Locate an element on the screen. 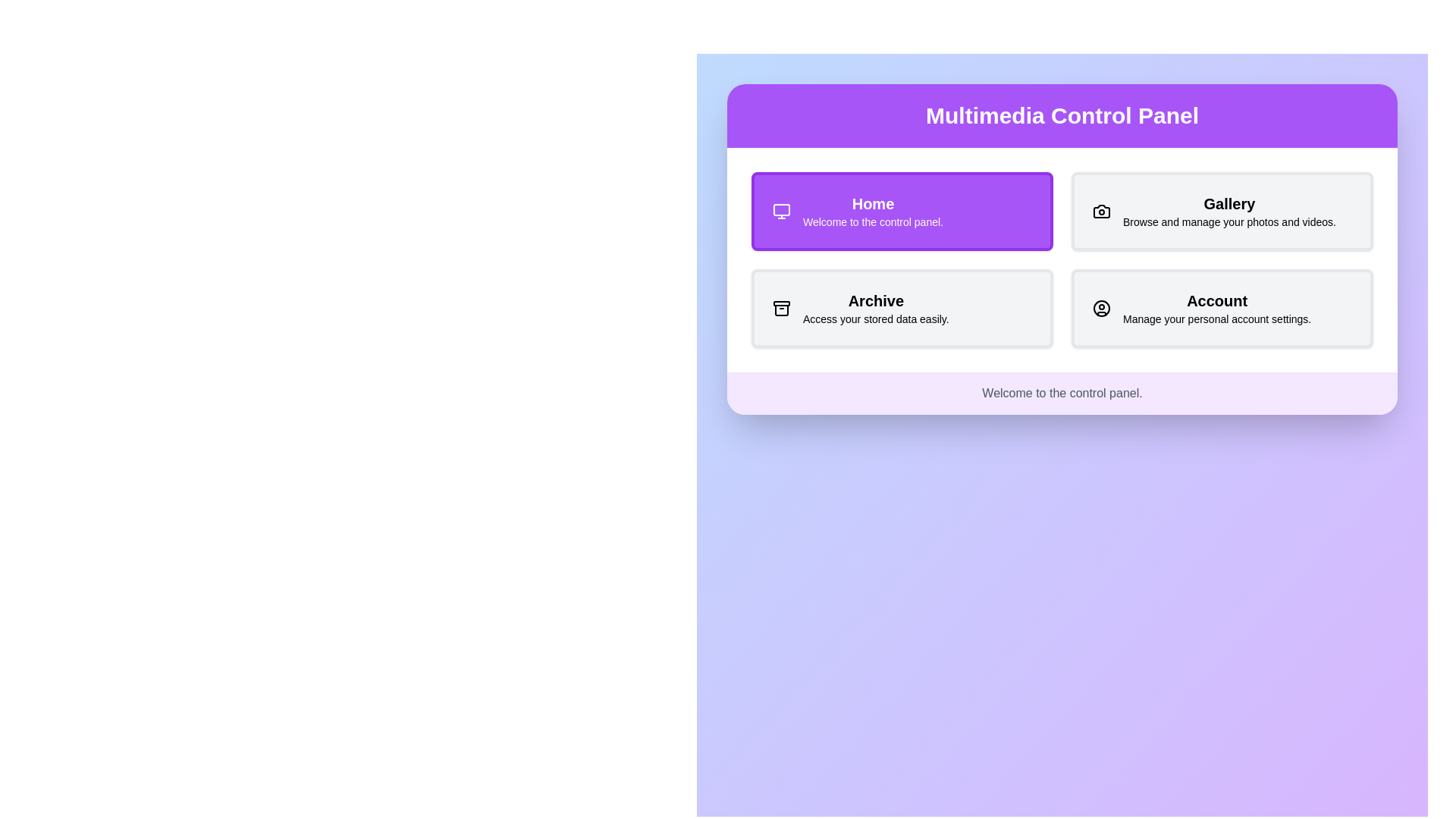  the Home section by clicking its button is located at coordinates (902, 211).